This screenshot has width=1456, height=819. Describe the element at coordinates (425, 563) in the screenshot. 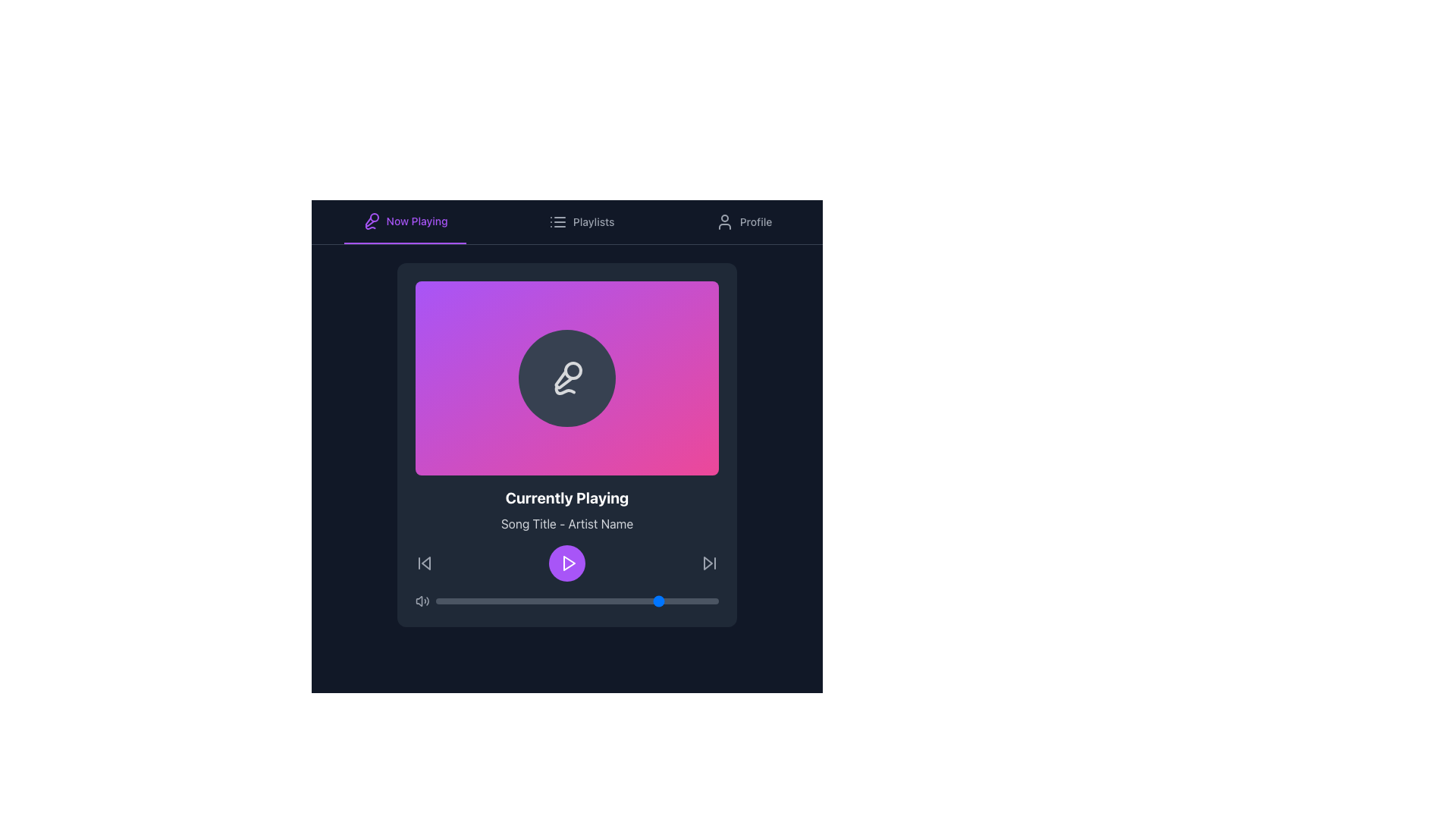

I see `the 'skip backward' button represented by a small square icon with a triangular arrow pointing left to change its color to white` at that location.